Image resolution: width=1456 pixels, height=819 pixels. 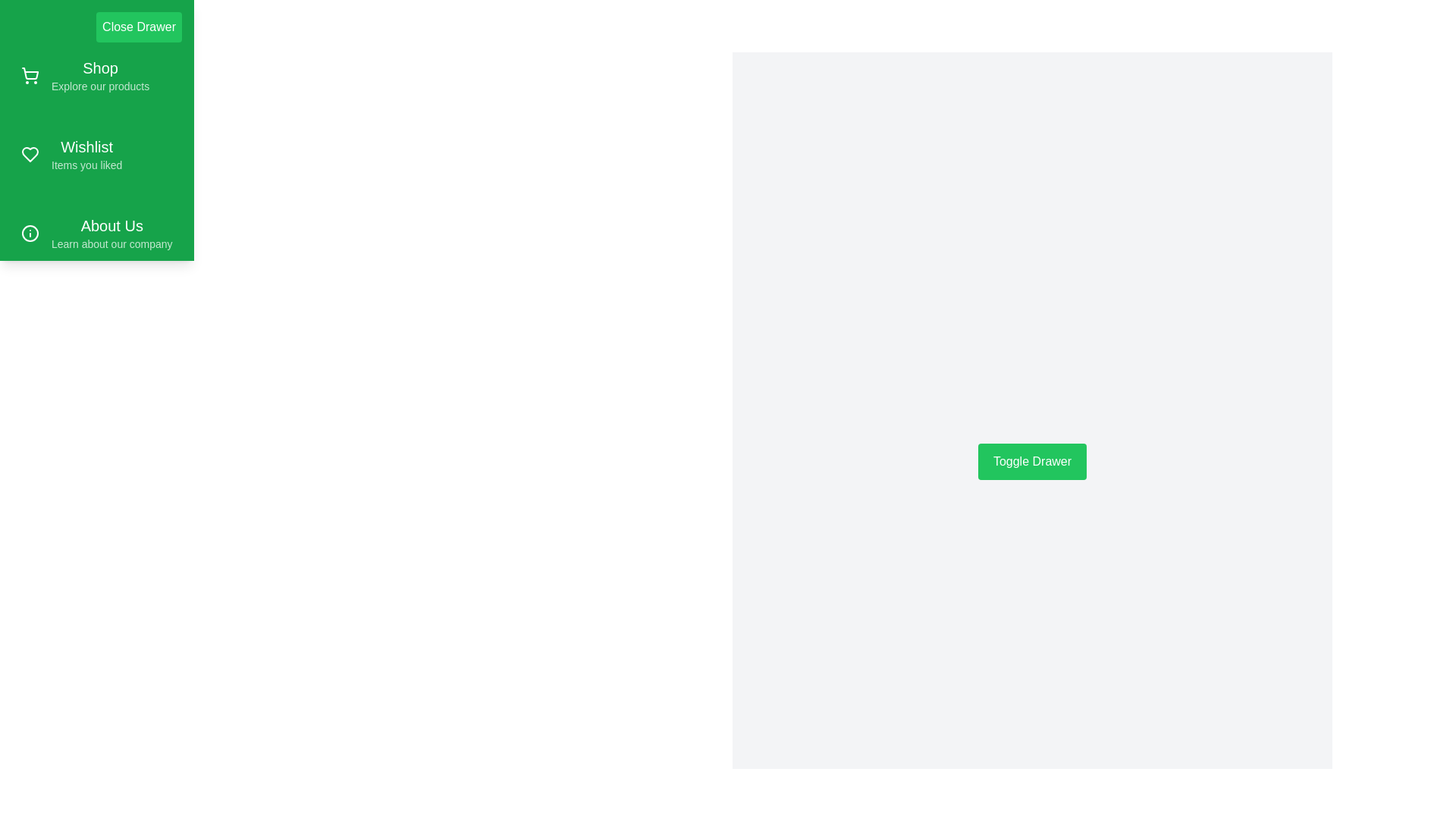 I want to click on the menu item labeled 'About Us' to read its description, so click(x=96, y=234).